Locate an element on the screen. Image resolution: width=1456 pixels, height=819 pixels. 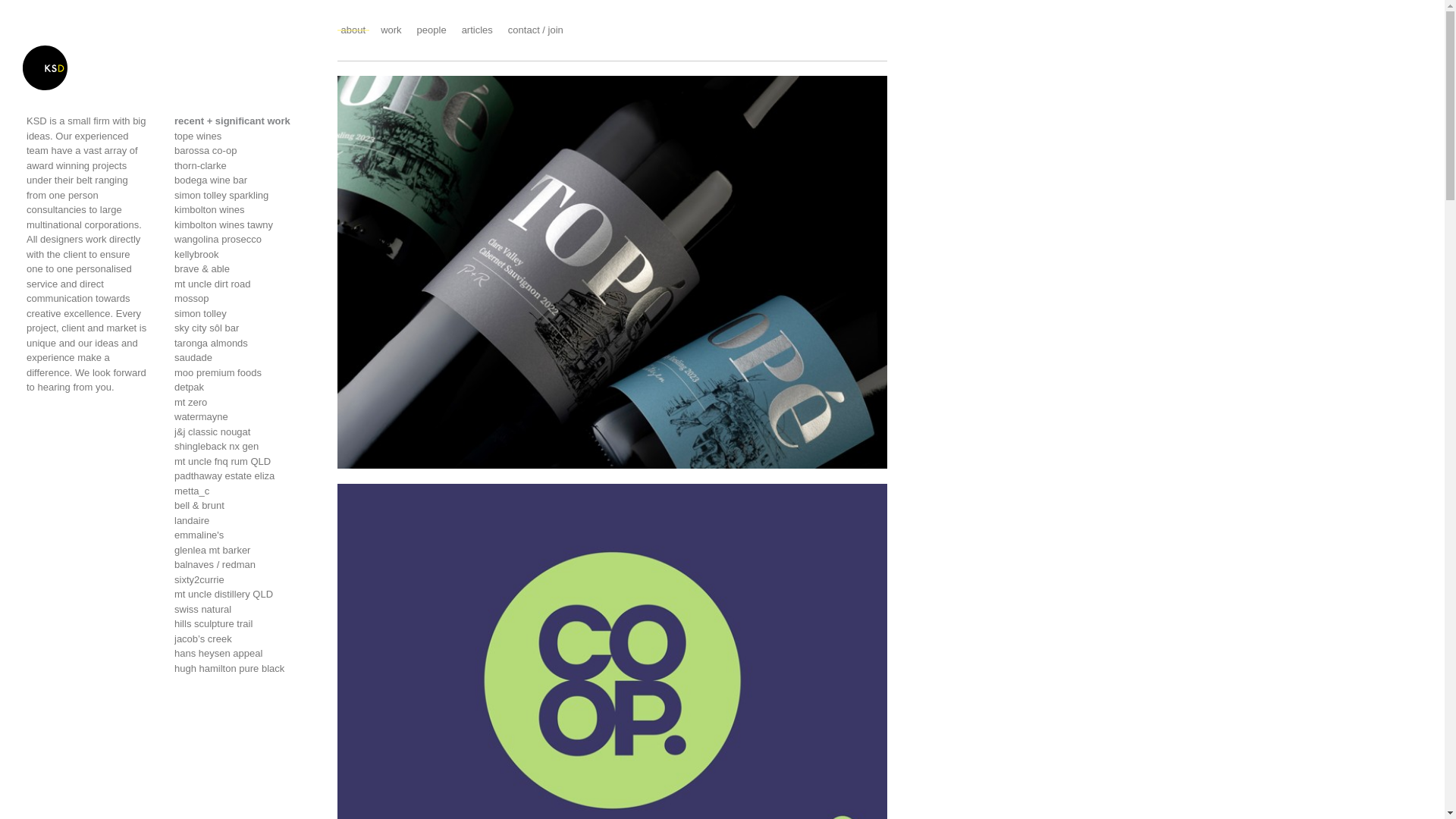
'balnaves / redman' is located at coordinates (243, 564).